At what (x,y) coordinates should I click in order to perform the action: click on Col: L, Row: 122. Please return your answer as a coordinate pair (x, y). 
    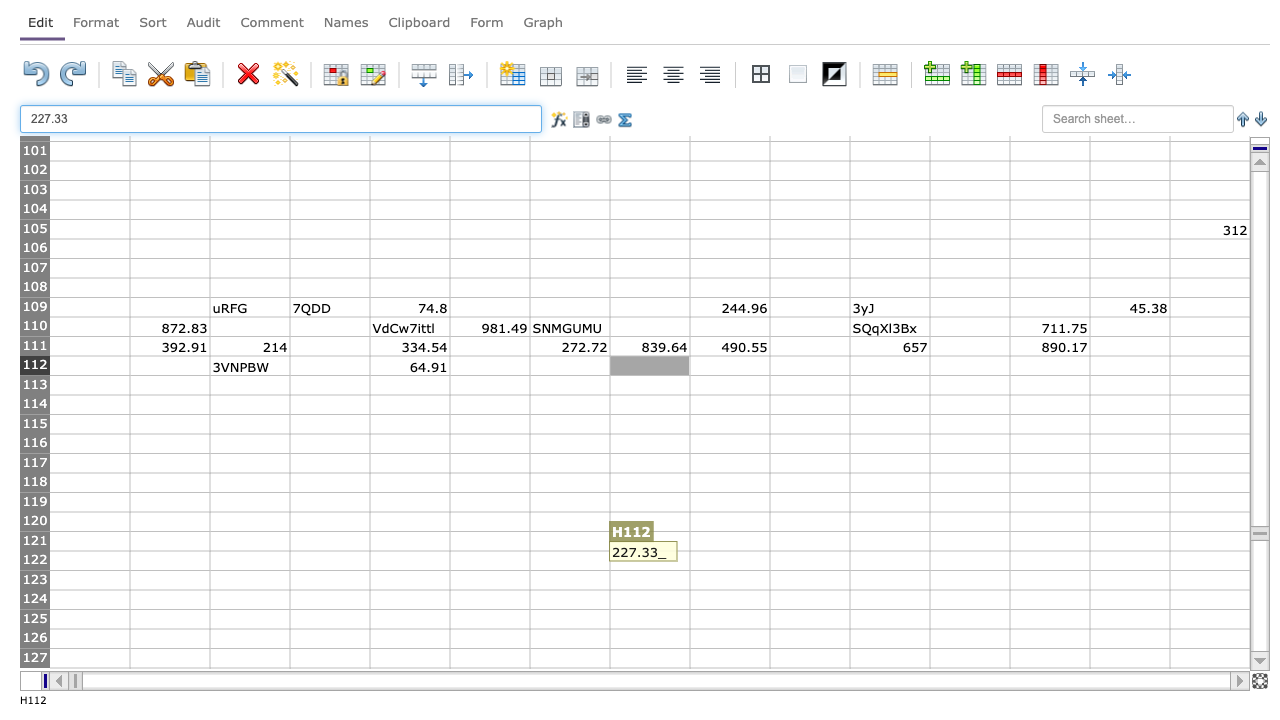
    Looking at the image, I should click on (969, 560).